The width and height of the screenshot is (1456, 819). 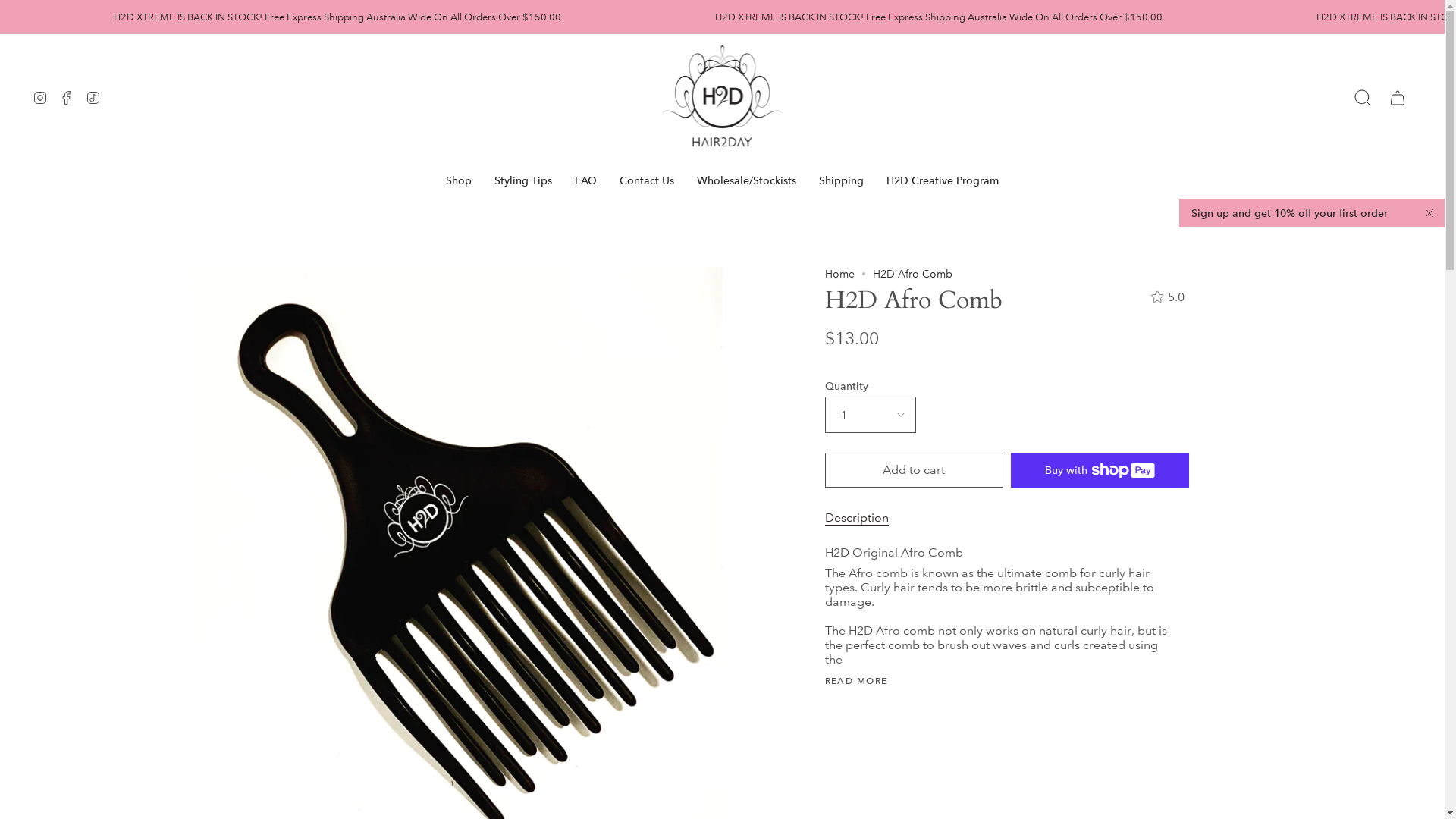 What do you see at coordinates (39, 98) in the screenshot?
I see `'Instagram'` at bounding box center [39, 98].